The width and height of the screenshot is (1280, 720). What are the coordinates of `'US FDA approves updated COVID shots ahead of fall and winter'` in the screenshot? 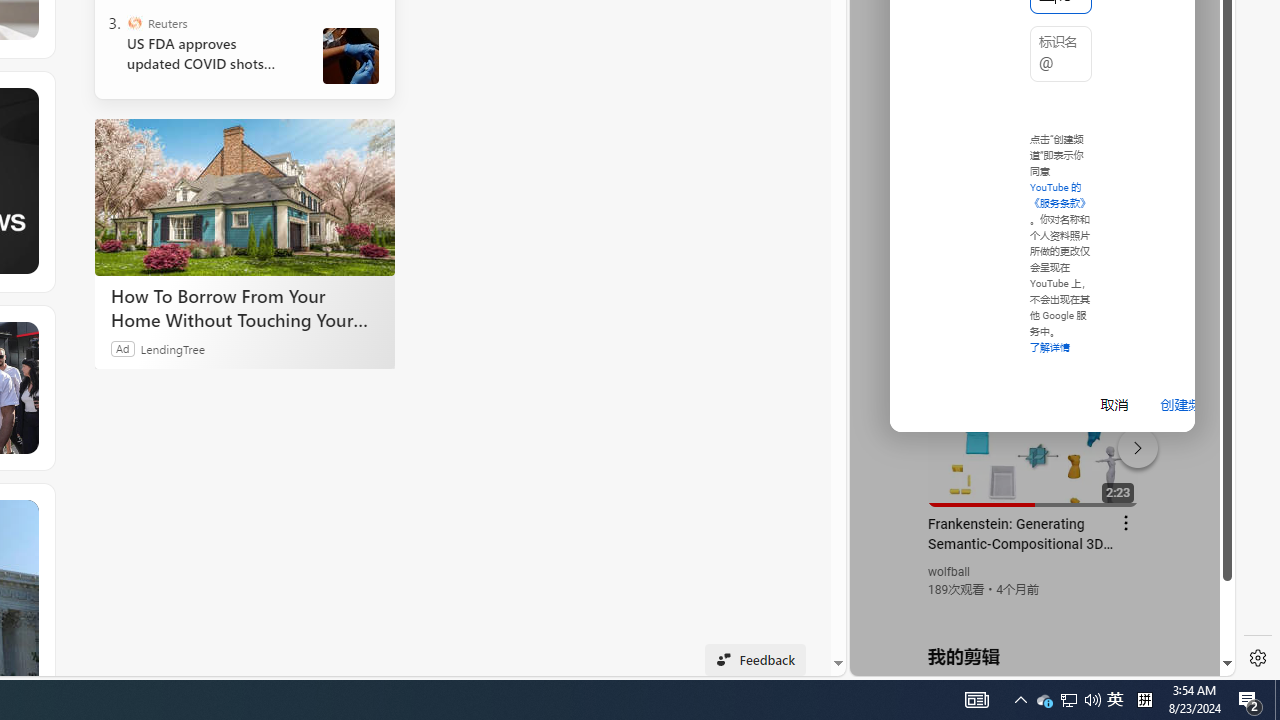 It's located at (209, 53).